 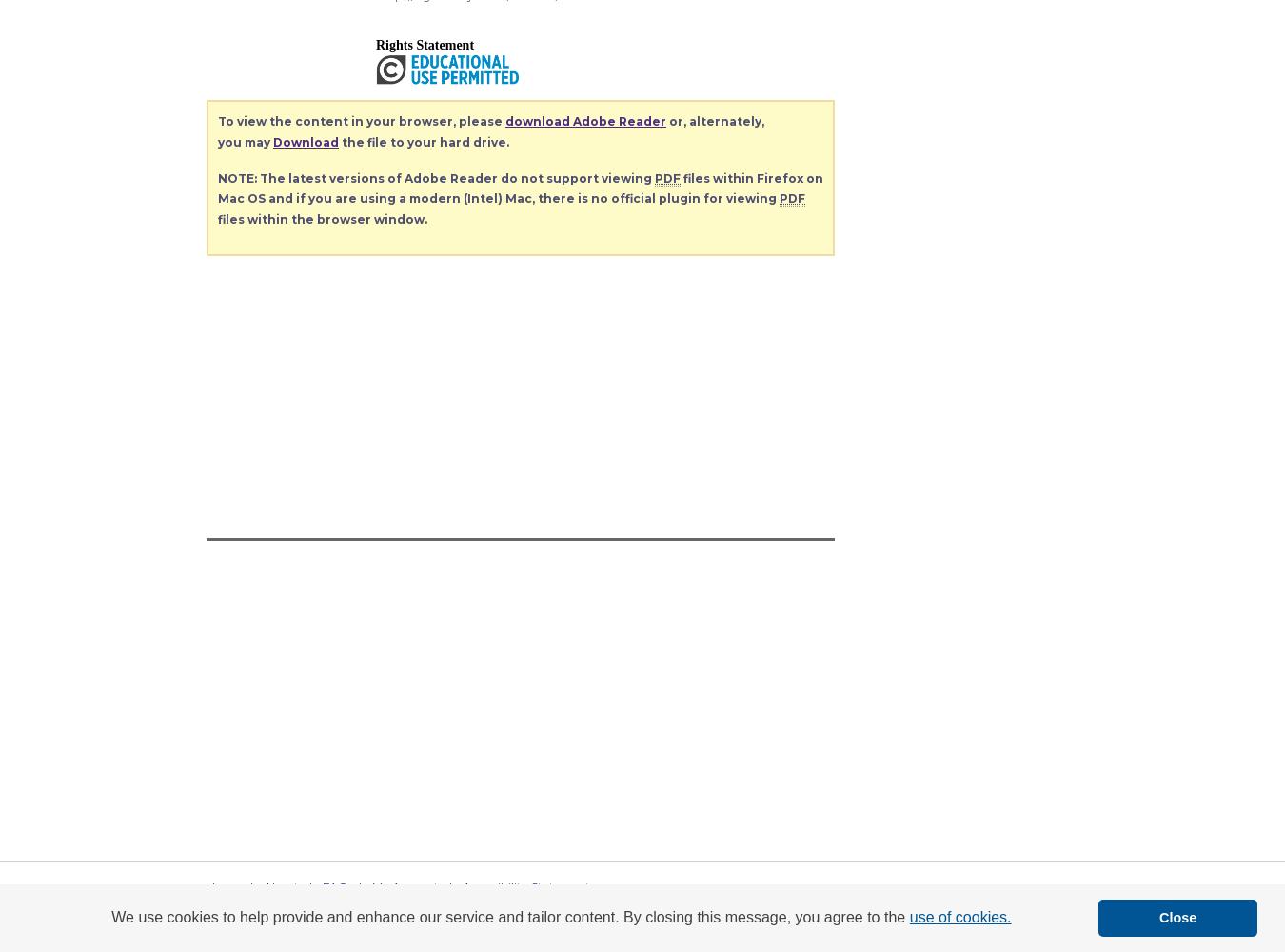 What do you see at coordinates (244, 142) in the screenshot?
I see `'you may'` at bounding box center [244, 142].